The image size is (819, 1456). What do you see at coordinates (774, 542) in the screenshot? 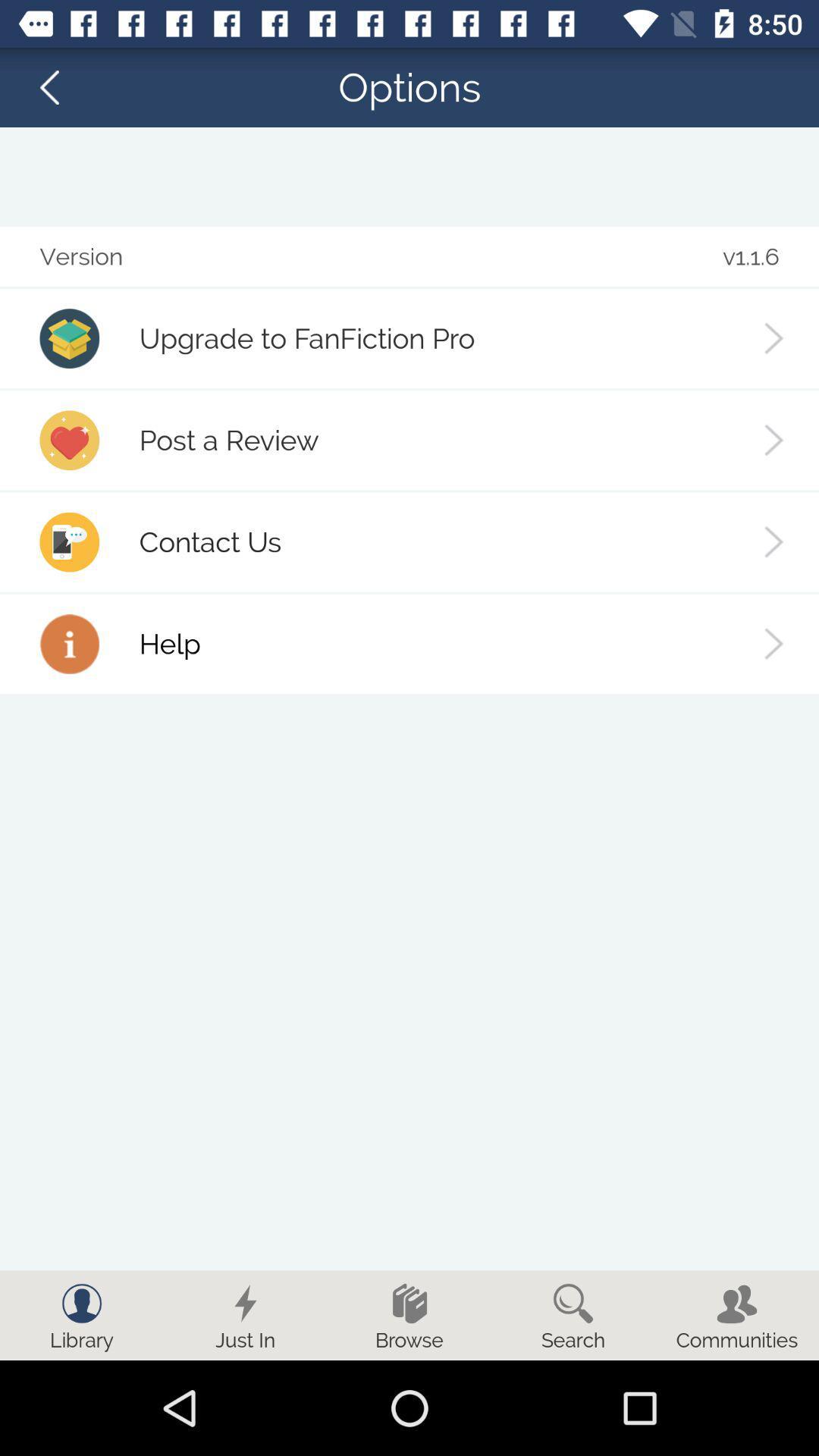
I see `the button which is right to the text contact us` at bounding box center [774, 542].